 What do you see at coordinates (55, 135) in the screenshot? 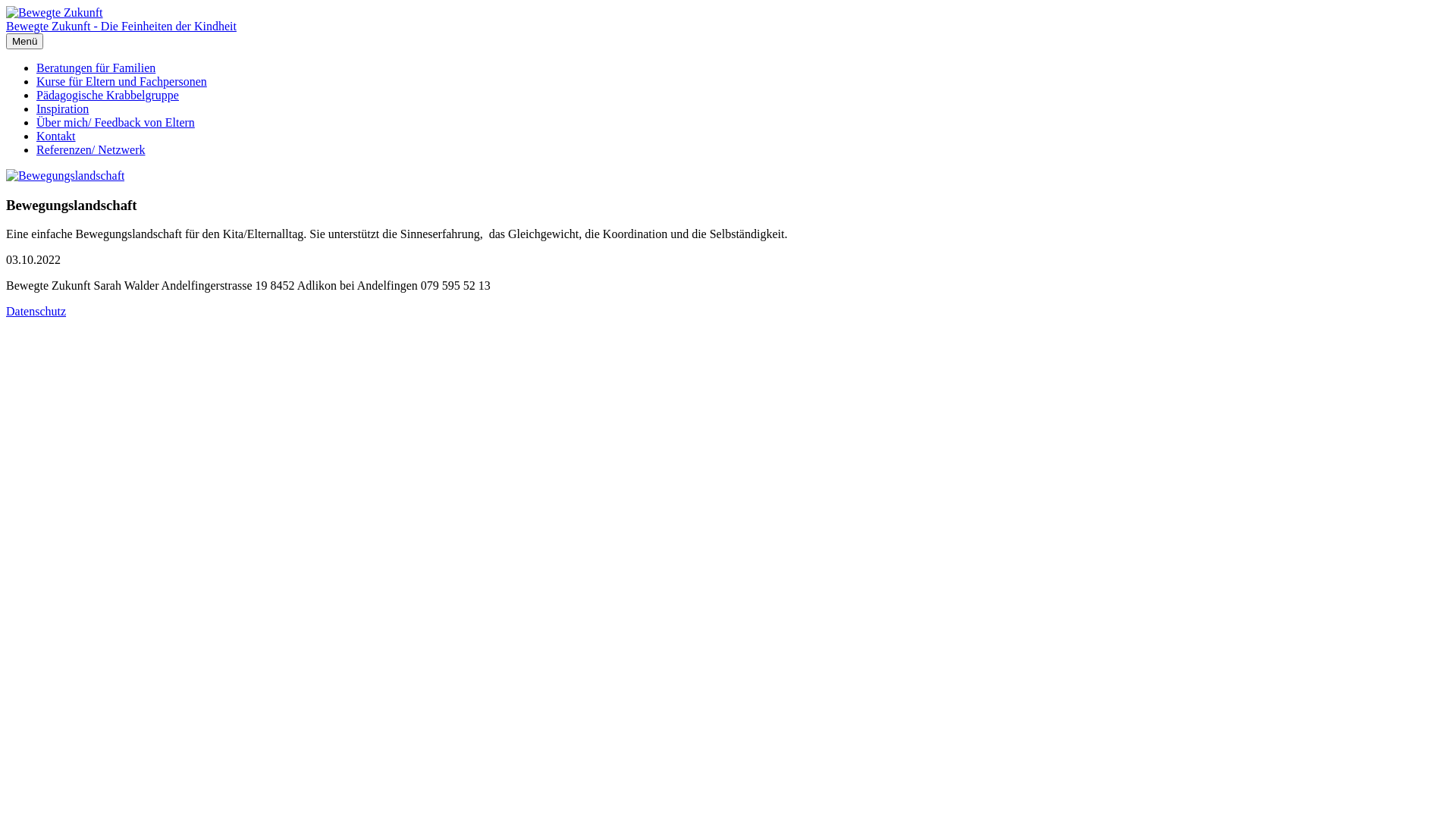
I see `'Kontakt'` at bounding box center [55, 135].